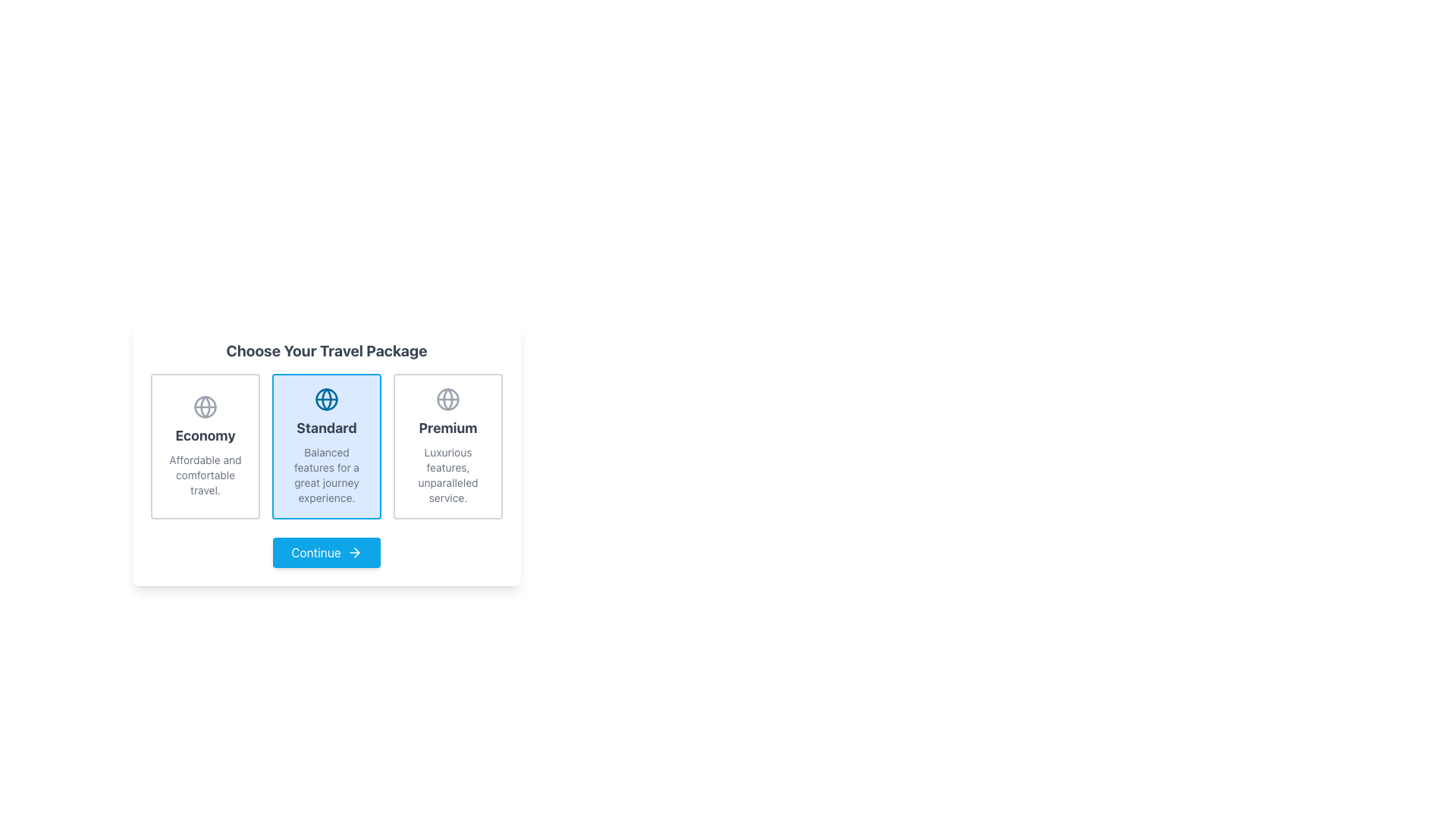 This screenshot has width=1456, height=819. I want to click on the 'Economy' selectable option card, which is the first in a row of three travel package options, so click(204, 446).